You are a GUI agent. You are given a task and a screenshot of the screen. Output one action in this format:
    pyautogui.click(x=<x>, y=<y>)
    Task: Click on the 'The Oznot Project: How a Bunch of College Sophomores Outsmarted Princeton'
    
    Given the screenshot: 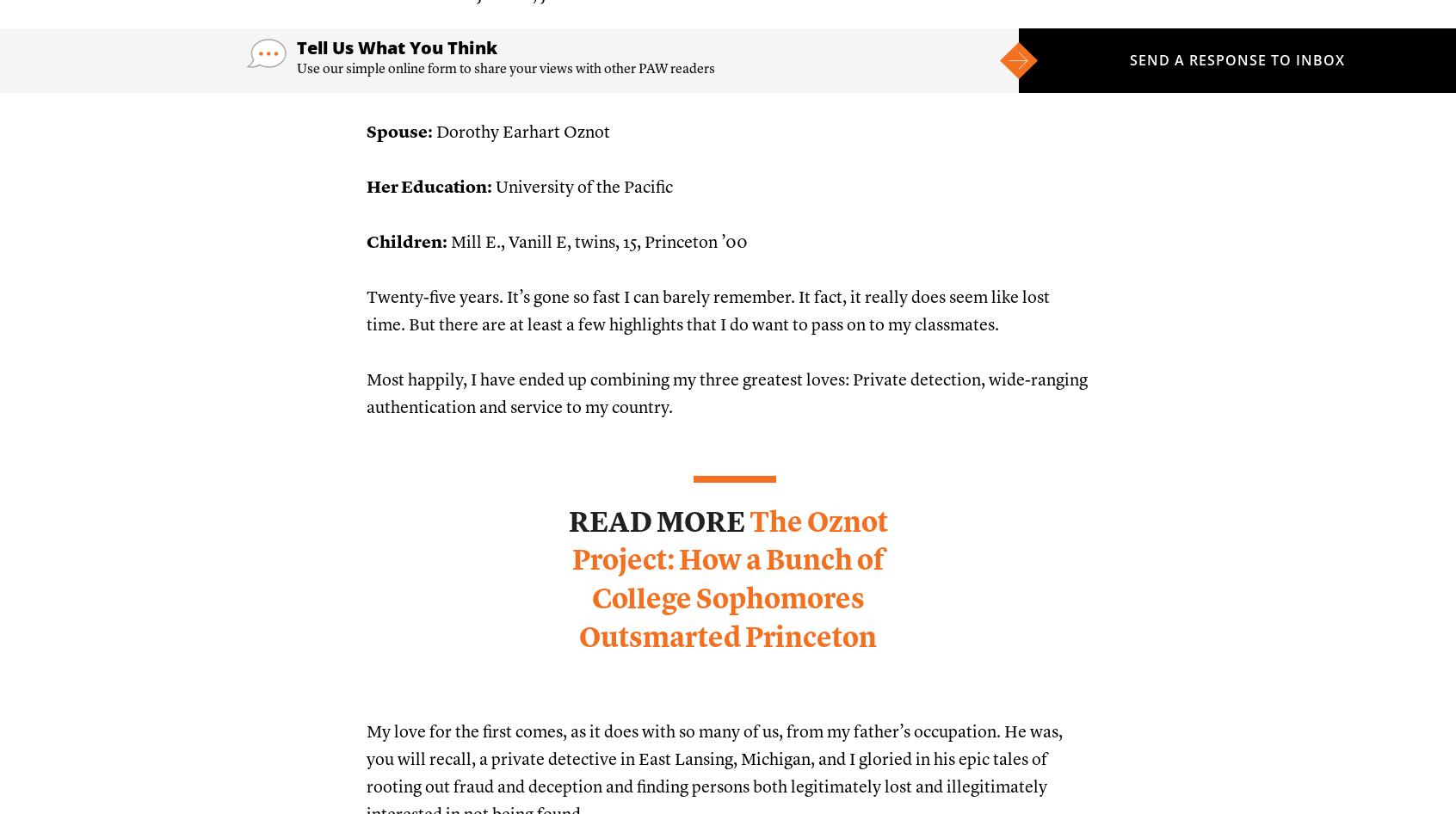 What is the action you would take?
    pyautogui.click(x=571, y=581)
    